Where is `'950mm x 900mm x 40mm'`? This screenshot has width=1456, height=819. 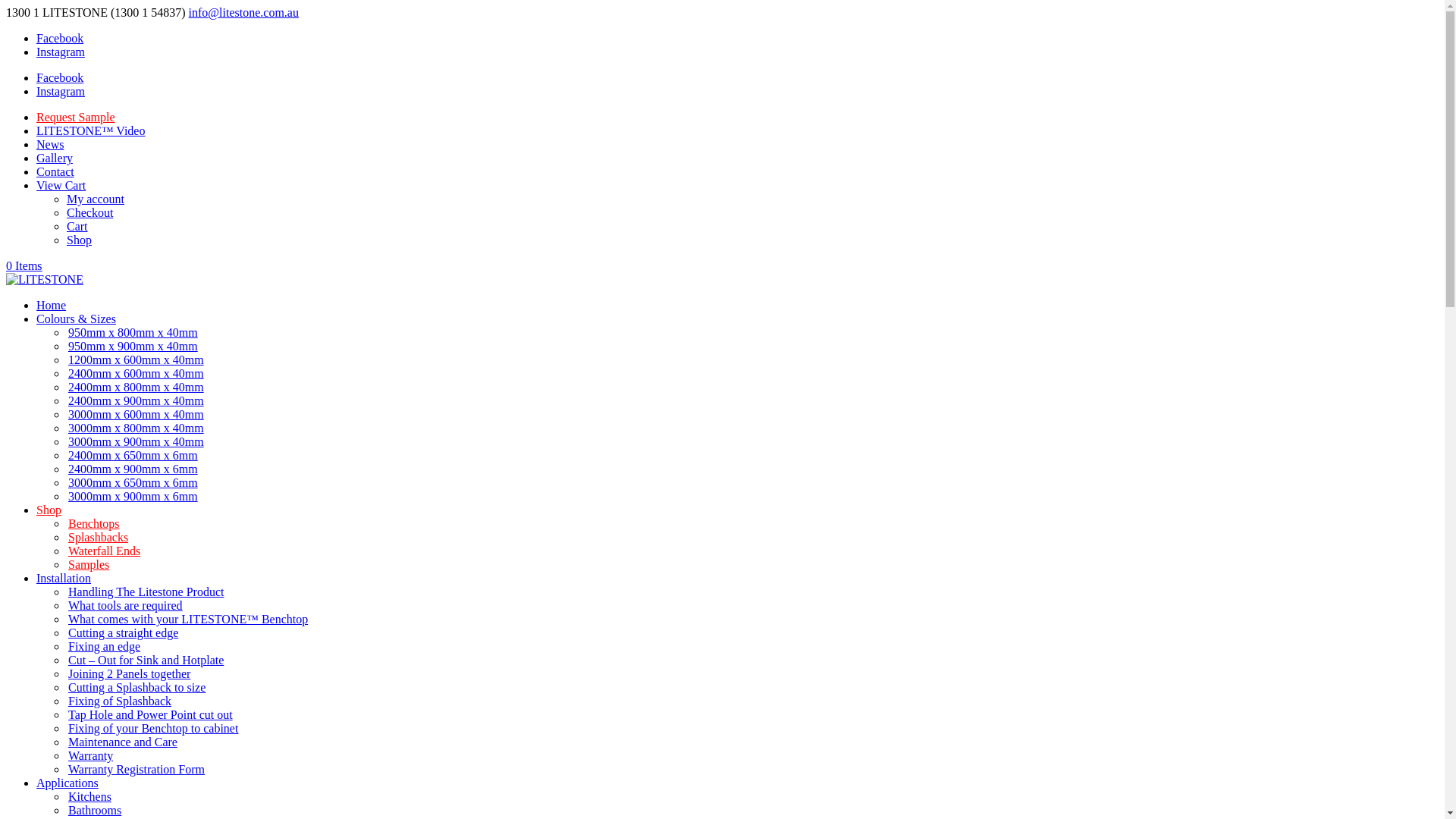 '950mm x 900mm x 40mm' is located at coordinates (133, 346).